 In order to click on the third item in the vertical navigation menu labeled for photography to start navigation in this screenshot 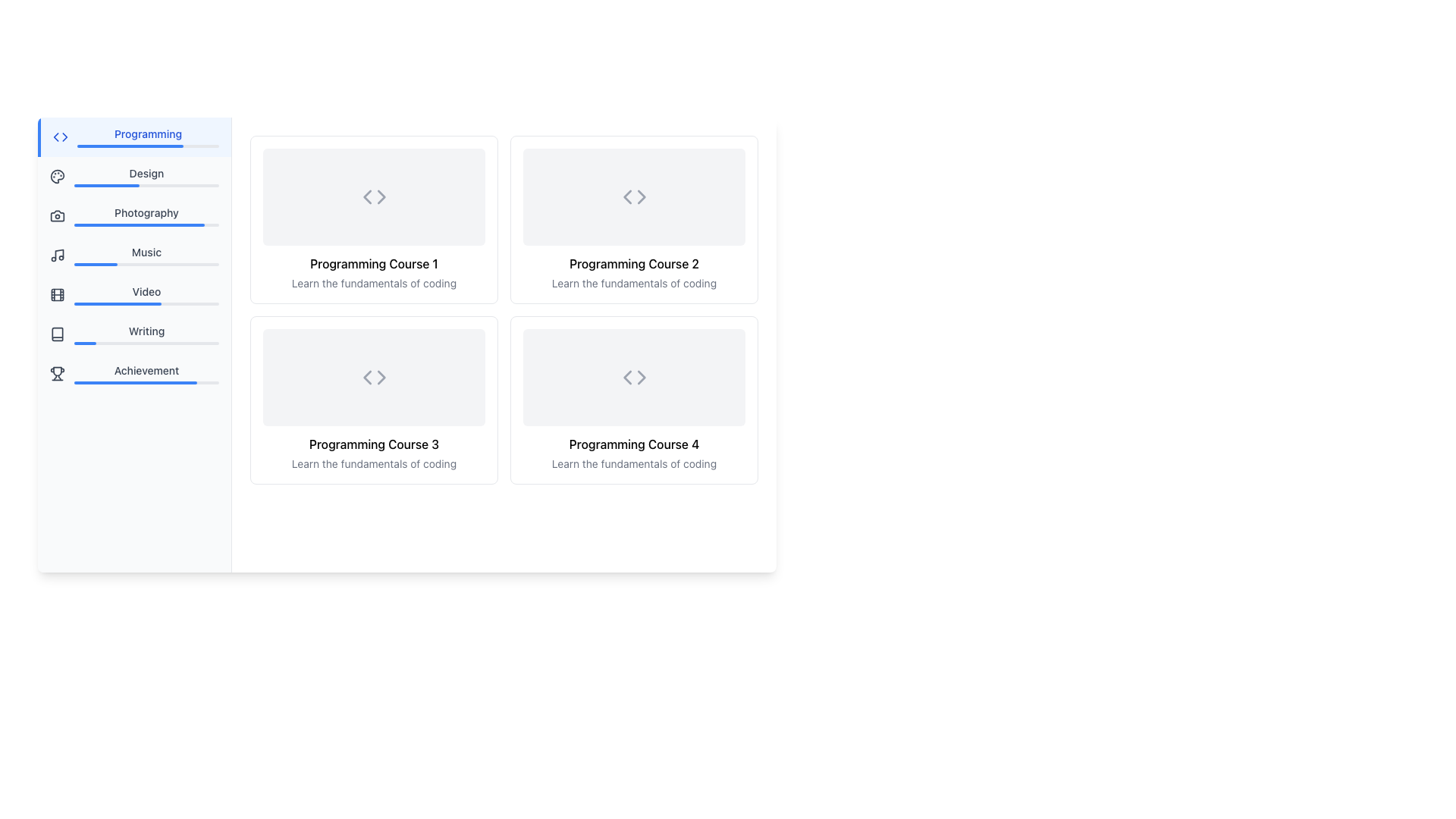, I will do `click(146, 213)`.